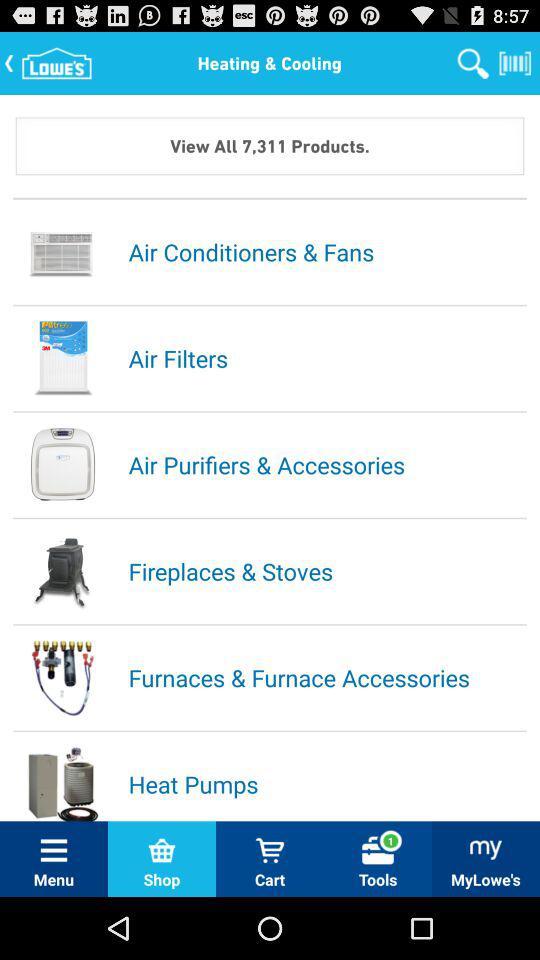 This screenshot has height=960, width=540. Describe the element at coordinates (270, 144) in the screenshot. I see `the view all 7` at that location.